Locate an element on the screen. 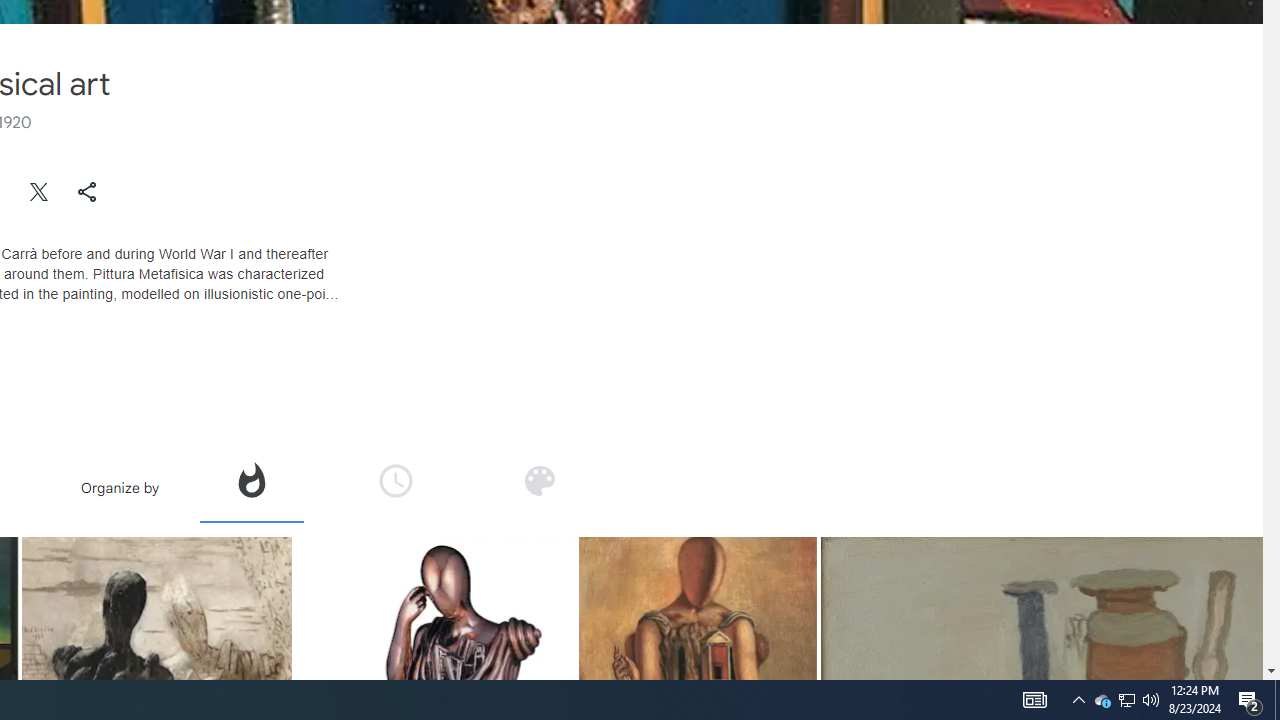  'Organize by popularity' is located at coordinates (250, 487).